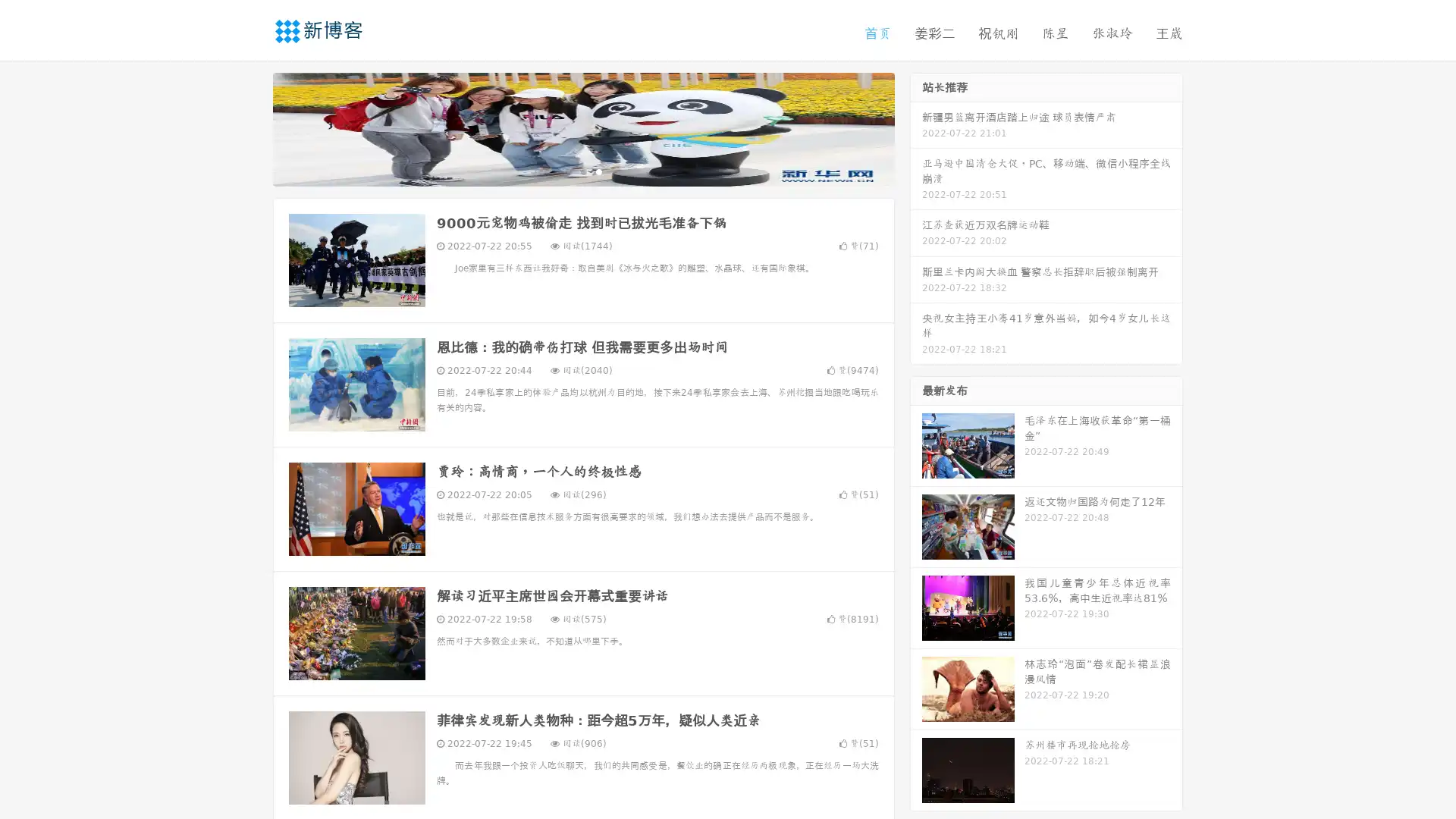 The height and width of the screenshot is (819, 1456). Describe the element at coordinates (598, 171) in the screenshot. I see `Go to slide 3` at that location.